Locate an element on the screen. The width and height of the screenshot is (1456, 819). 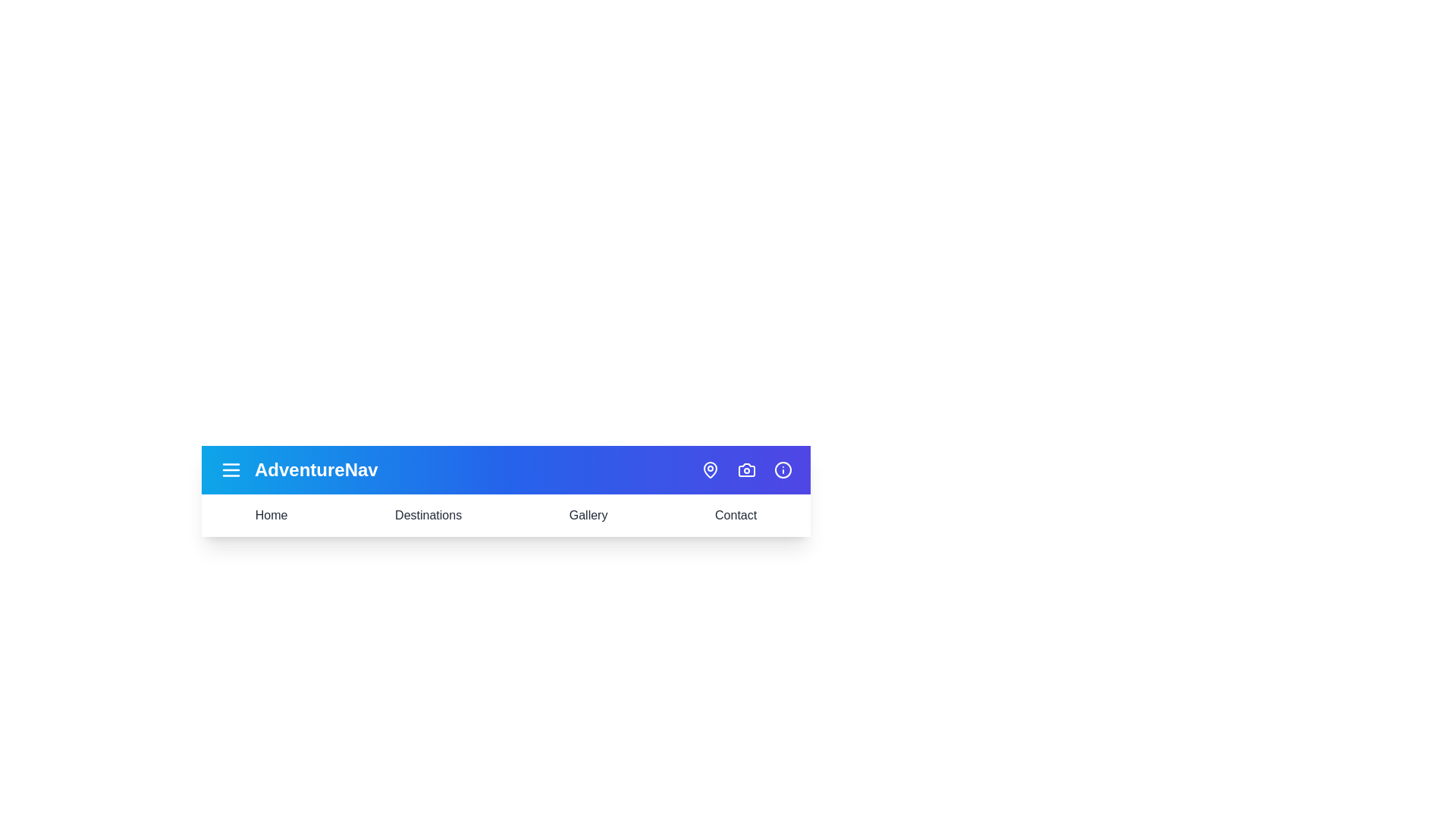
the text of the element Destinations for copying or inspection is located at coordinates (428, 514).